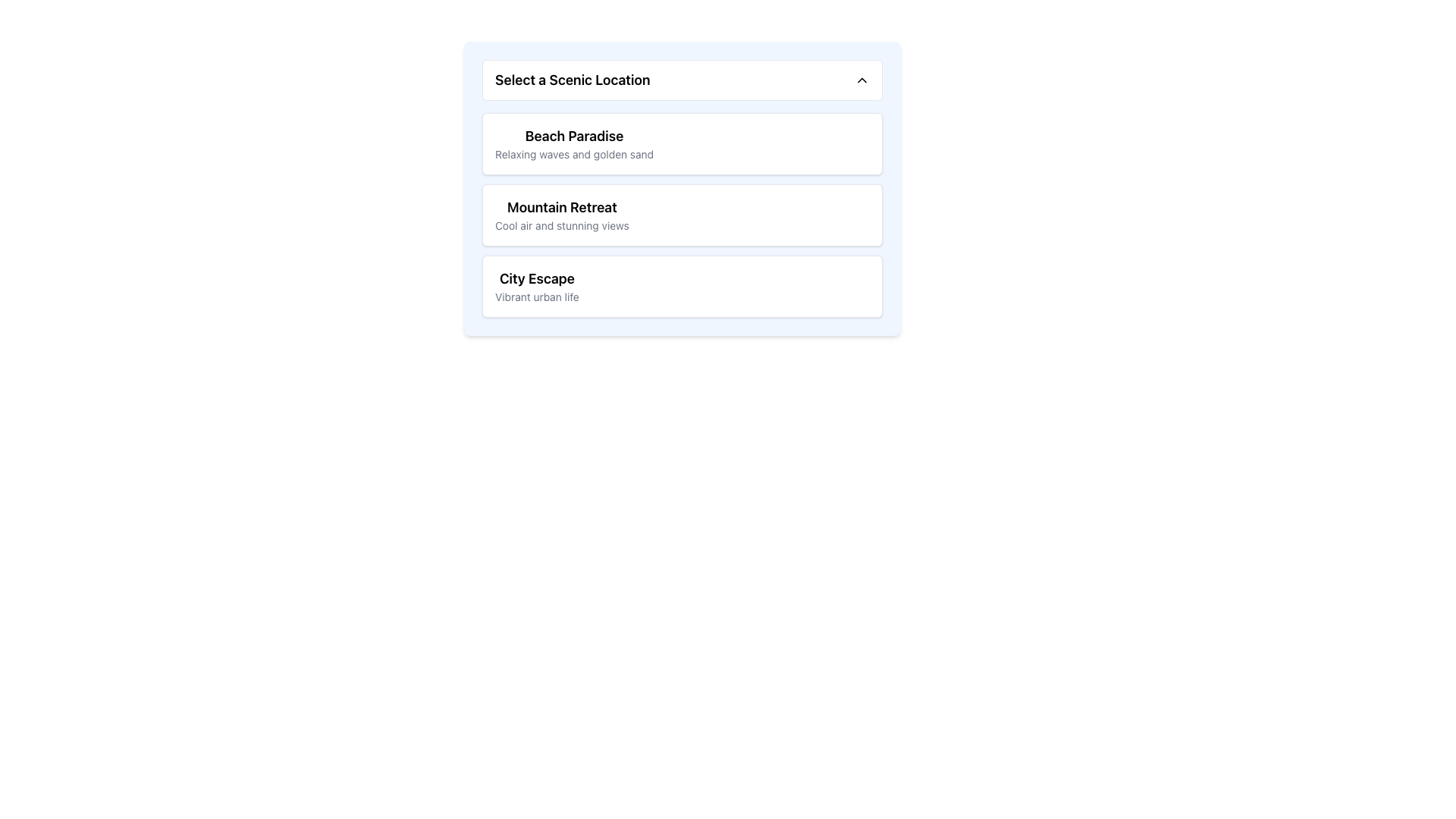  Describe the element at coordinates (561, 215) in the screenshot. I see `text of the 'Mountain Retreat' label in the selection list, which is located in the middle of the second section labeled 'Select a Scenic Location.'` at that location.